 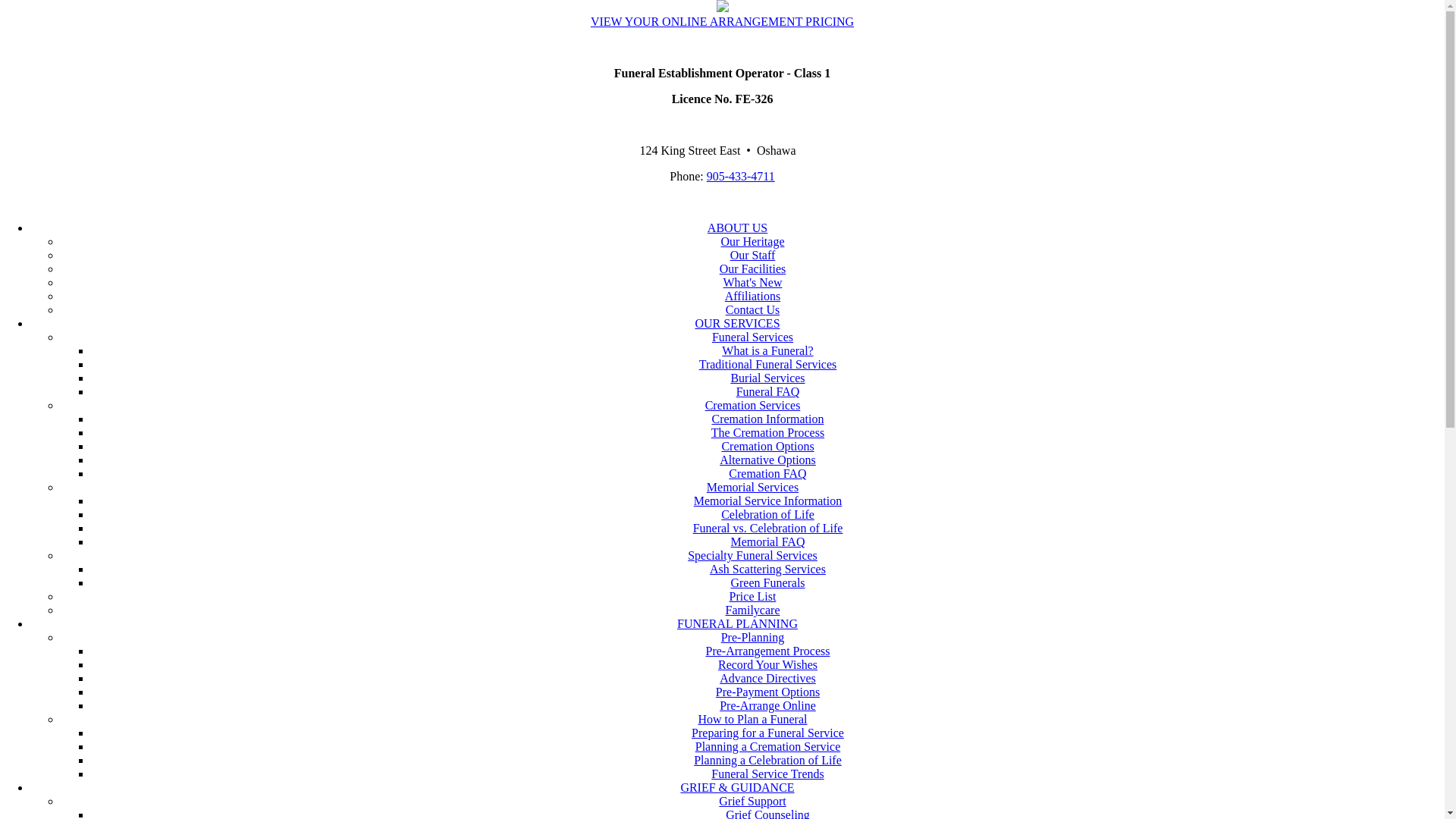 What do you see at coordinates (710, 773) in the screenshot?
I see `'Funeral Service Trends'` at bounding box center [710, 773].